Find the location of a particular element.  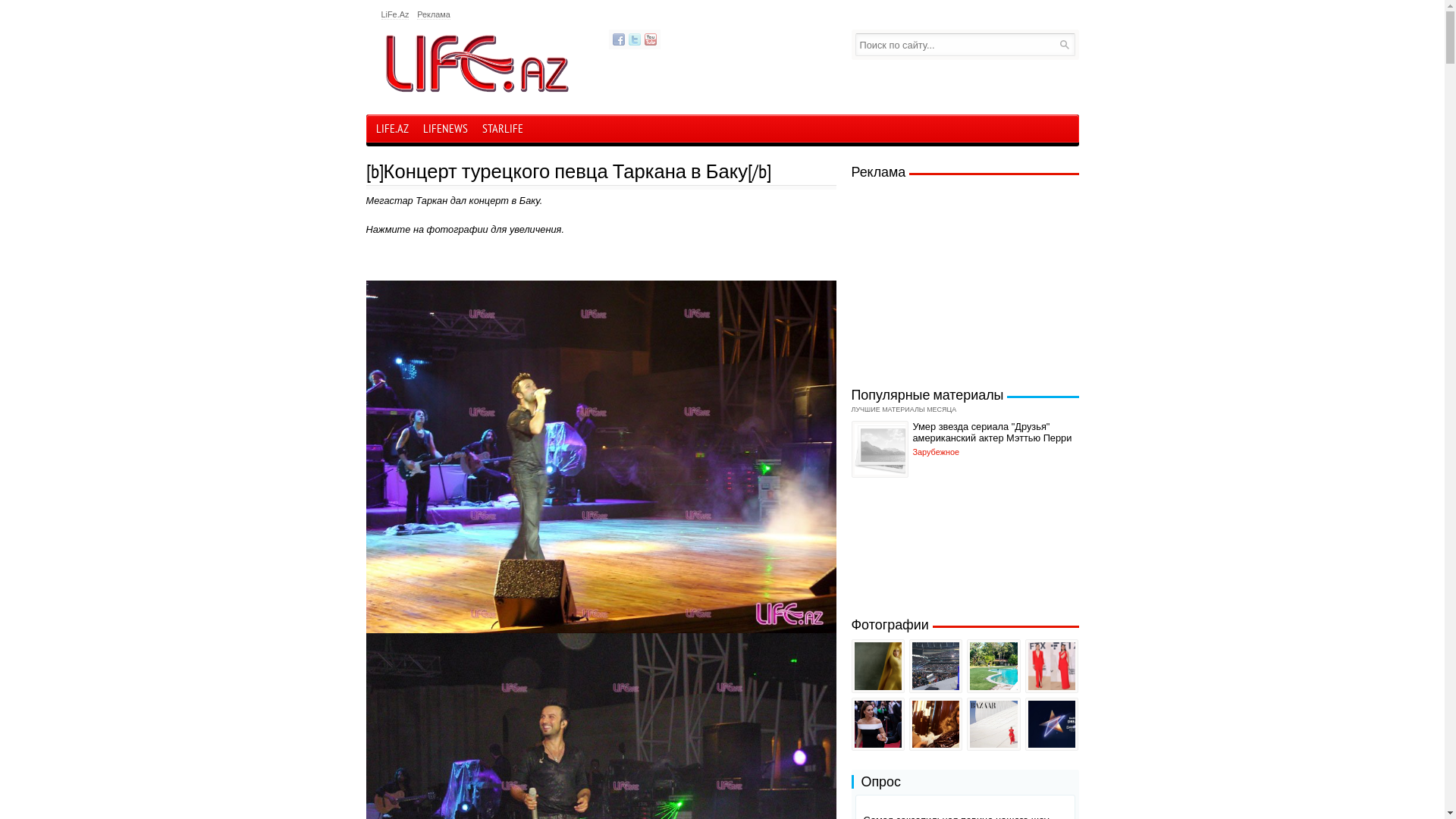

'LiFe.Az' is located at coordinates (394, 14).